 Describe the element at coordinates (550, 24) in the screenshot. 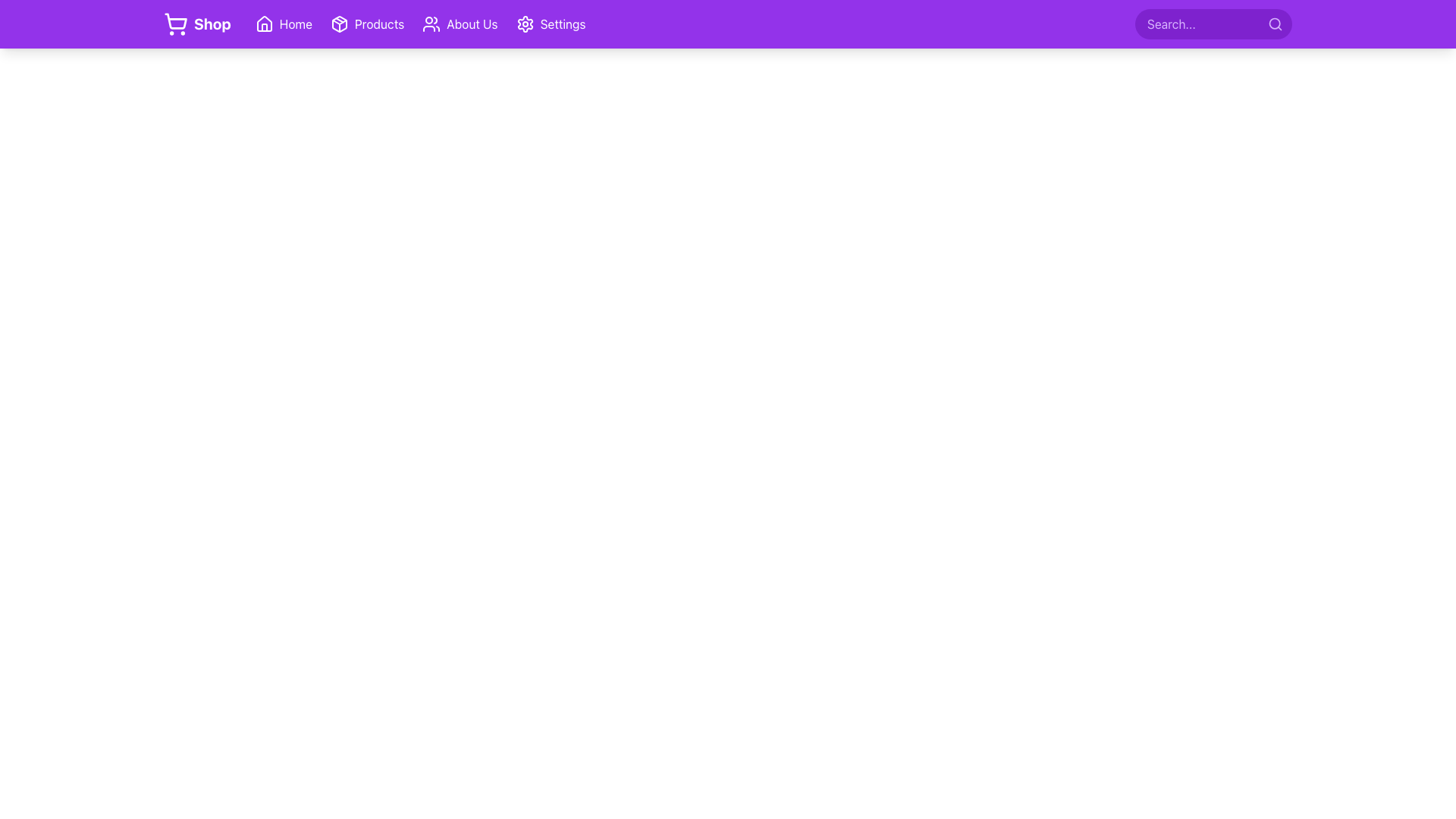

I see `the 'Settings' button with a gear icon on the left, located in the horizontal navigation bar` at that location.